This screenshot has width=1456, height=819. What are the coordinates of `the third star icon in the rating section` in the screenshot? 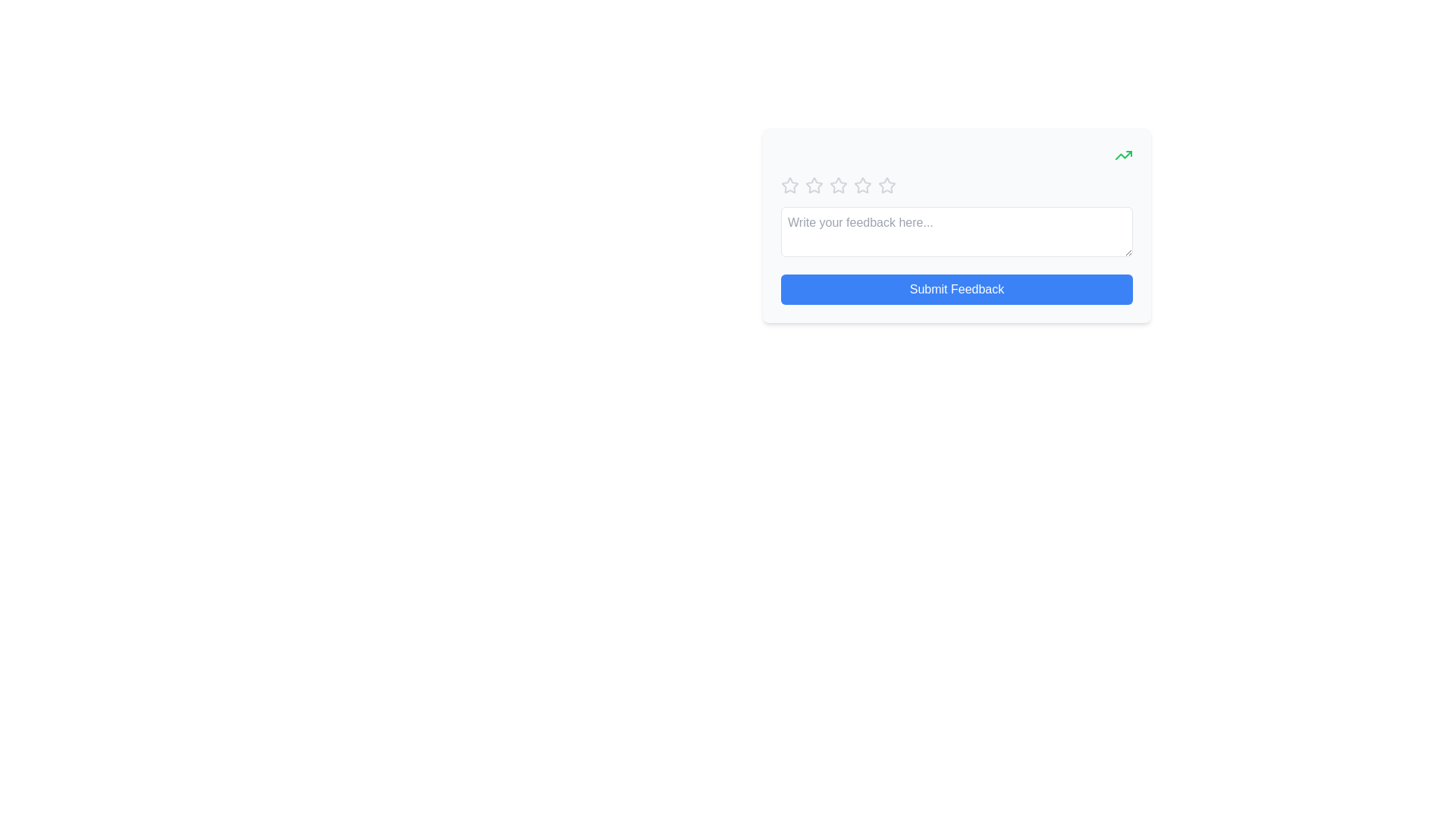 It's located at (837, 185).